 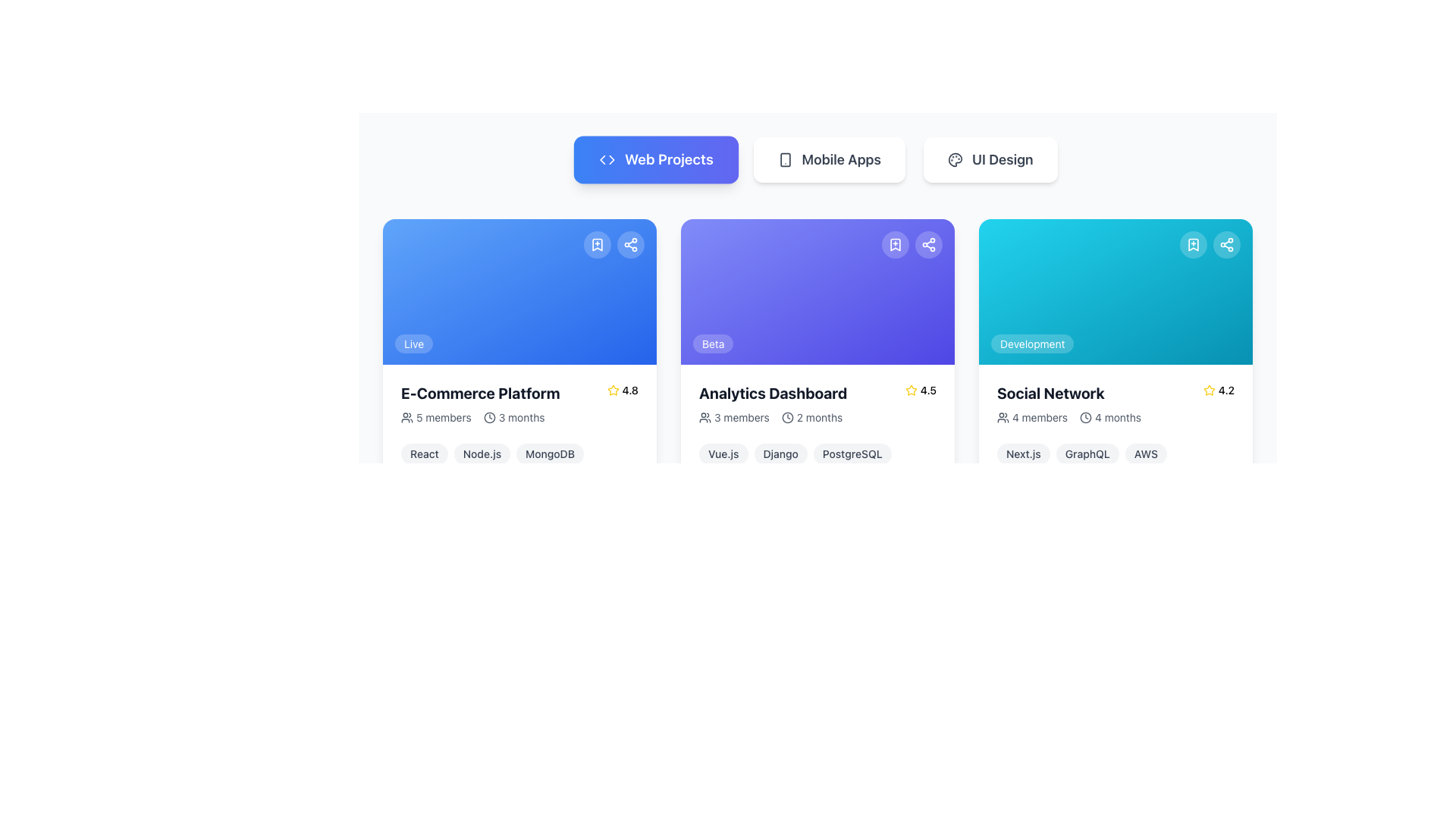 What do you see at coordinates (602, 160) in the screenshot?
I see `the left arrow icon represented by a polyline in the shape of an '<', which is part of a pair of graphical arrows located near the top left corner of the 'Web Projects' button` at bounding box center [602, 160].